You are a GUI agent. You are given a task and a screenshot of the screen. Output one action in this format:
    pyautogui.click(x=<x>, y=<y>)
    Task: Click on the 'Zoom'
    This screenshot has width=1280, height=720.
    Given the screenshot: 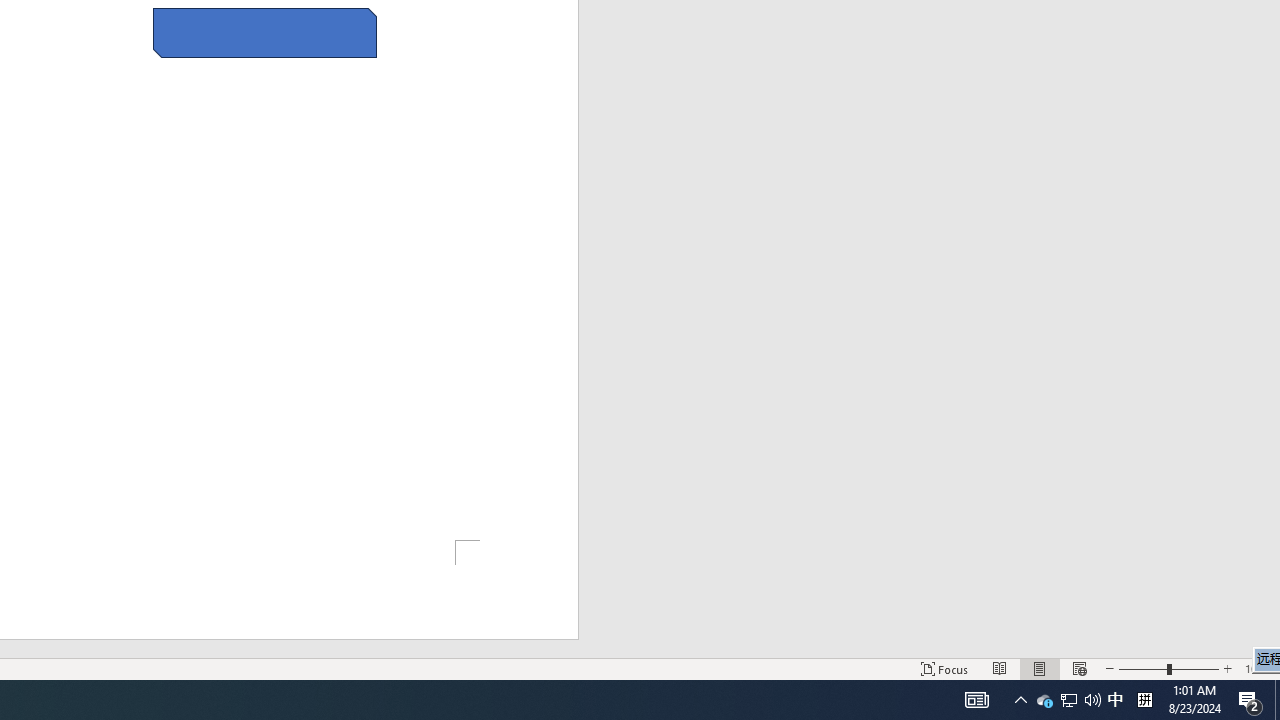 What is the action you would take?
    pyautogui.click(x=1168, y=669)
    